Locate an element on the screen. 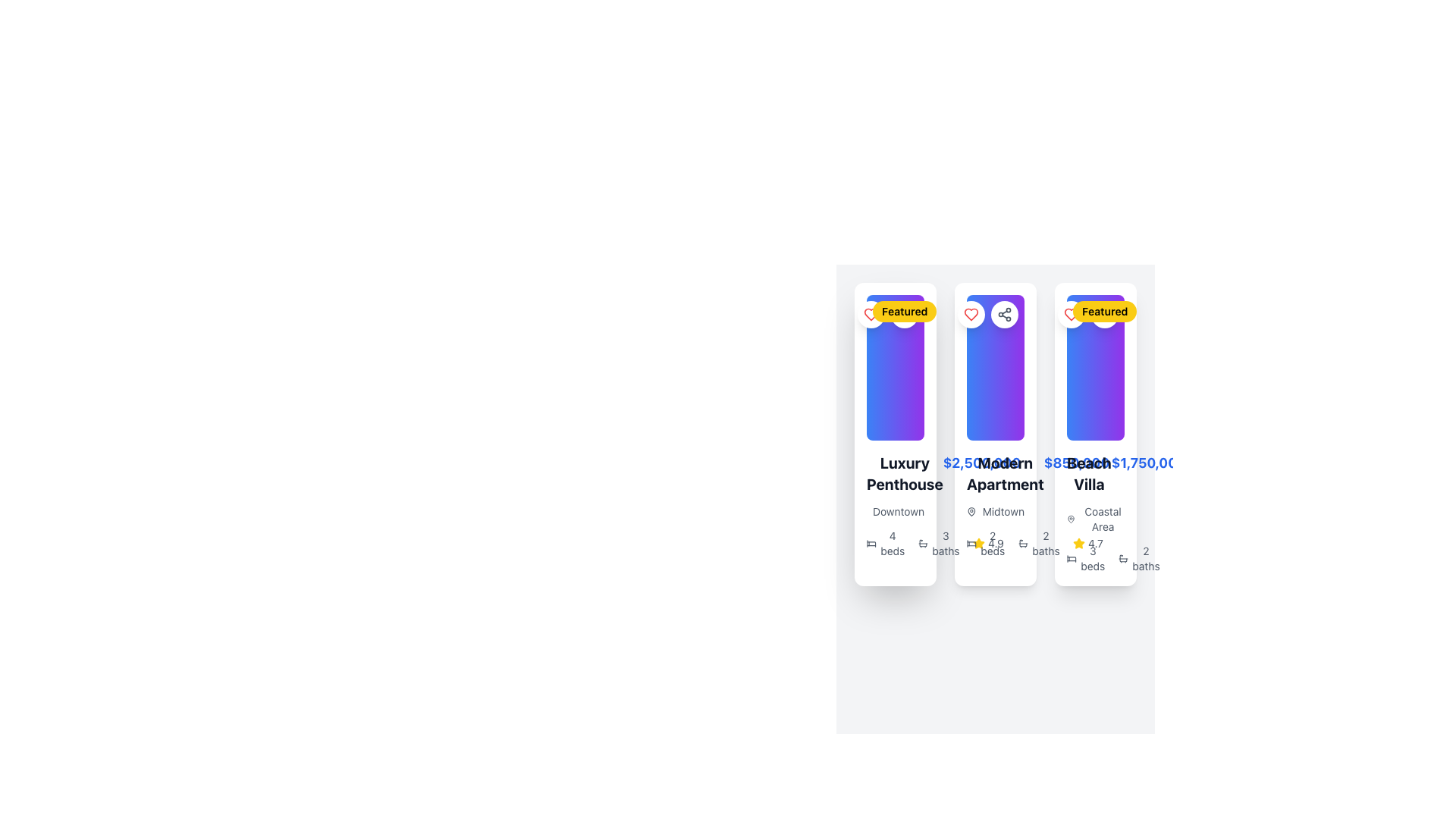 This screenshot has width=1456, height=819. information displayed in the text indicating the number of bedrooms available for the property titled 'Luxury Penthouse' priced at '$2,500,000', located above the text '3 baths' and next to a bed icon is located at coordinates (895, 543).